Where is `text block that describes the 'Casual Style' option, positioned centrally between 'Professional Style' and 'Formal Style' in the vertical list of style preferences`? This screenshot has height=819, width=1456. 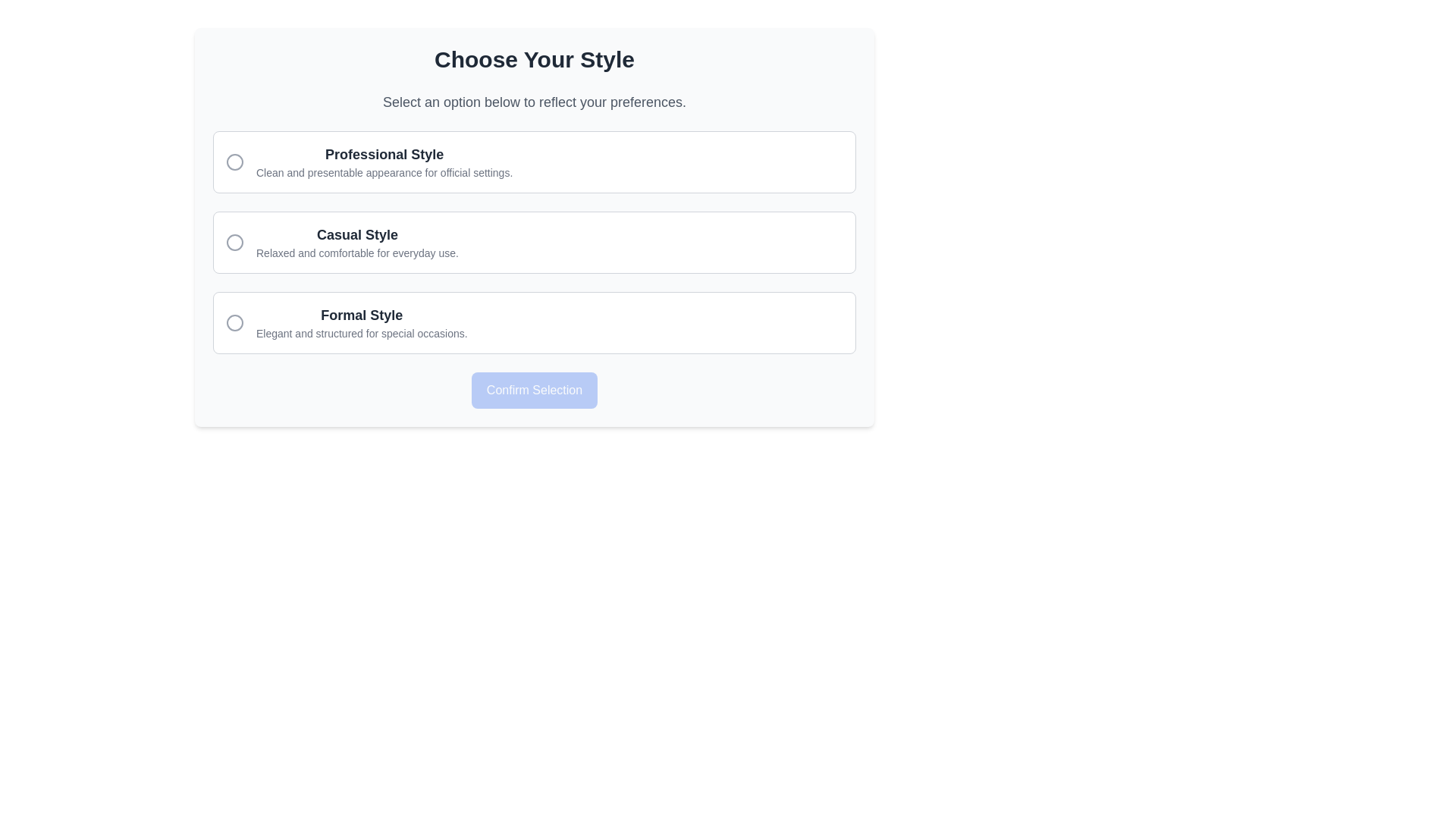 text block that describes the 'Casual Style' option, positioned centrally between 'Professional Style' and 'Formal Style' in the vertical list of style preferences is located at coordinates (356, 242).